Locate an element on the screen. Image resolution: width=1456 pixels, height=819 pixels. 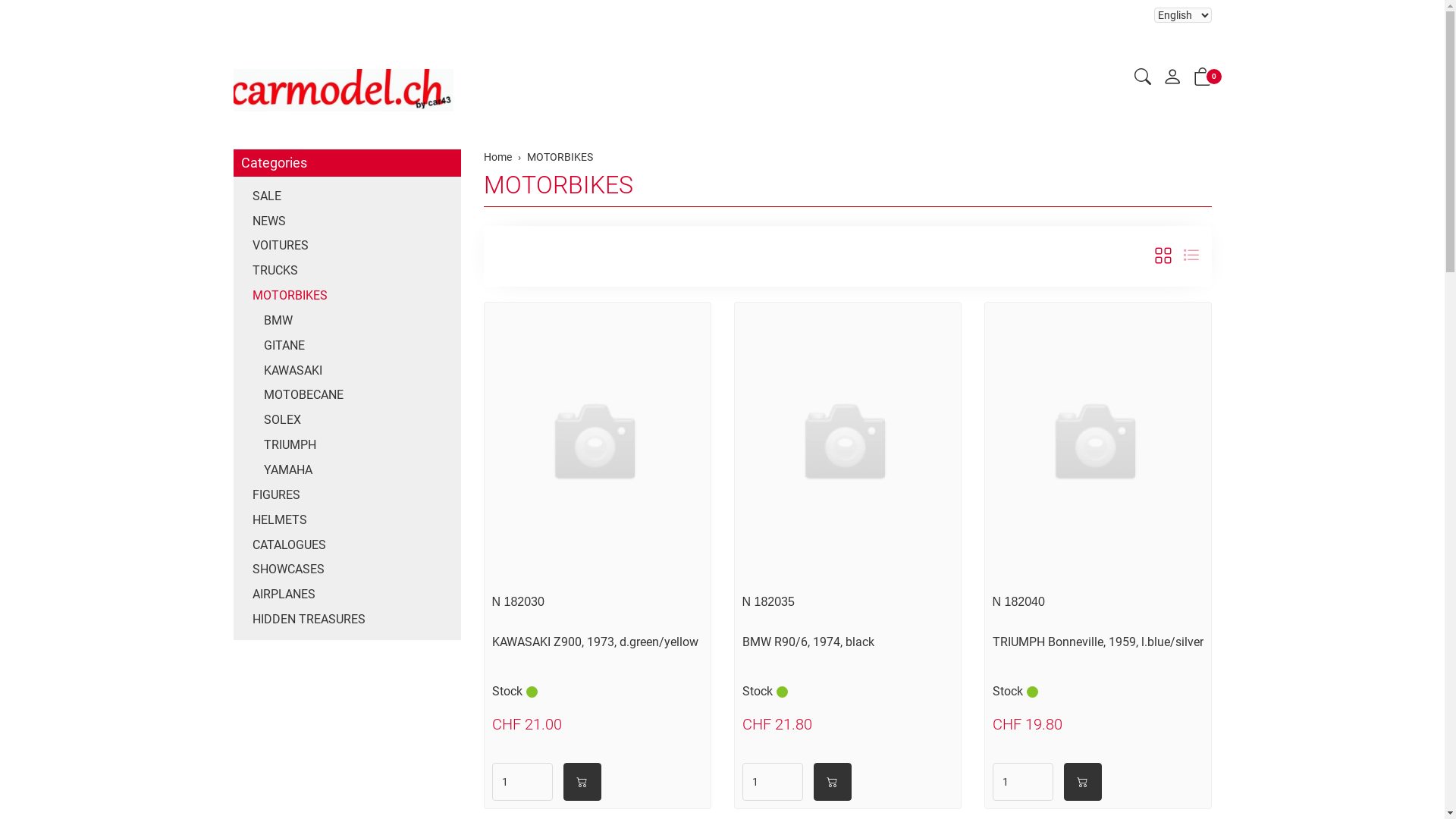
'SHOWCASES' is located at coordinates (240, 570).